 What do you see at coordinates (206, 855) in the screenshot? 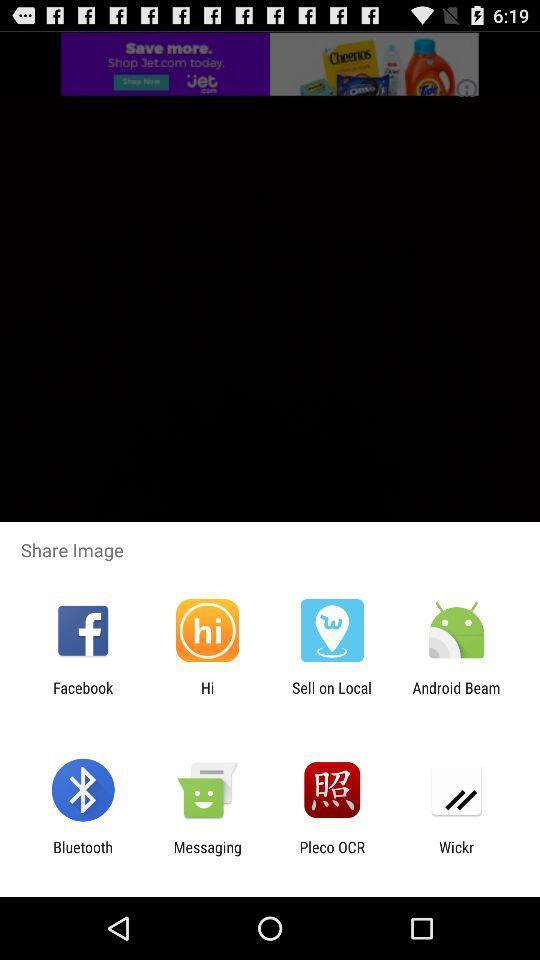
I see `the icon next to the bluetooth` at bounding box center [206, 855].